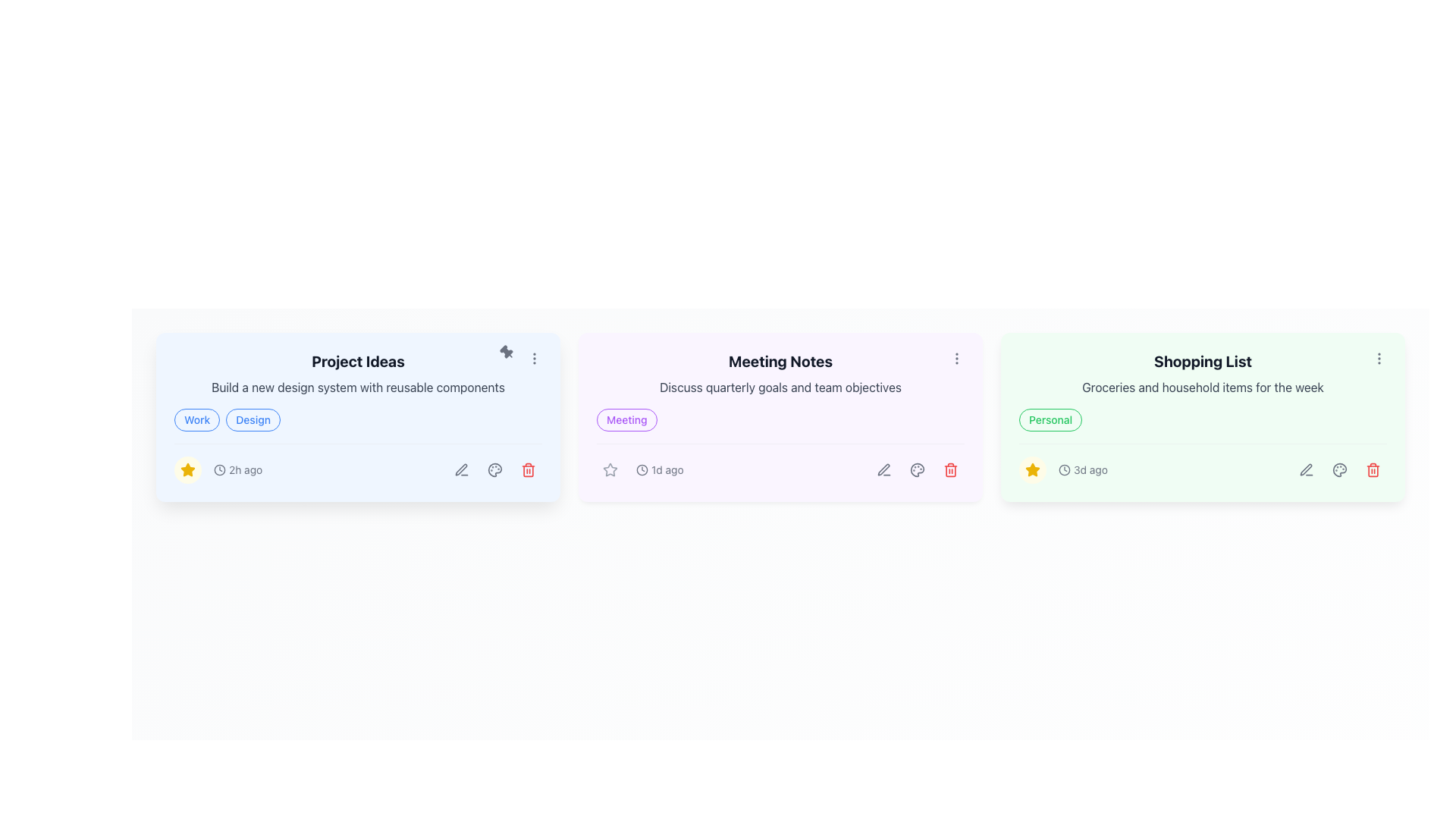 The height and width of the screenshot is (819, 1456). I want to click on the star-shaped icon button with a hollow center located in the second task card titled 'Meeting Notes', so click(610, 469).